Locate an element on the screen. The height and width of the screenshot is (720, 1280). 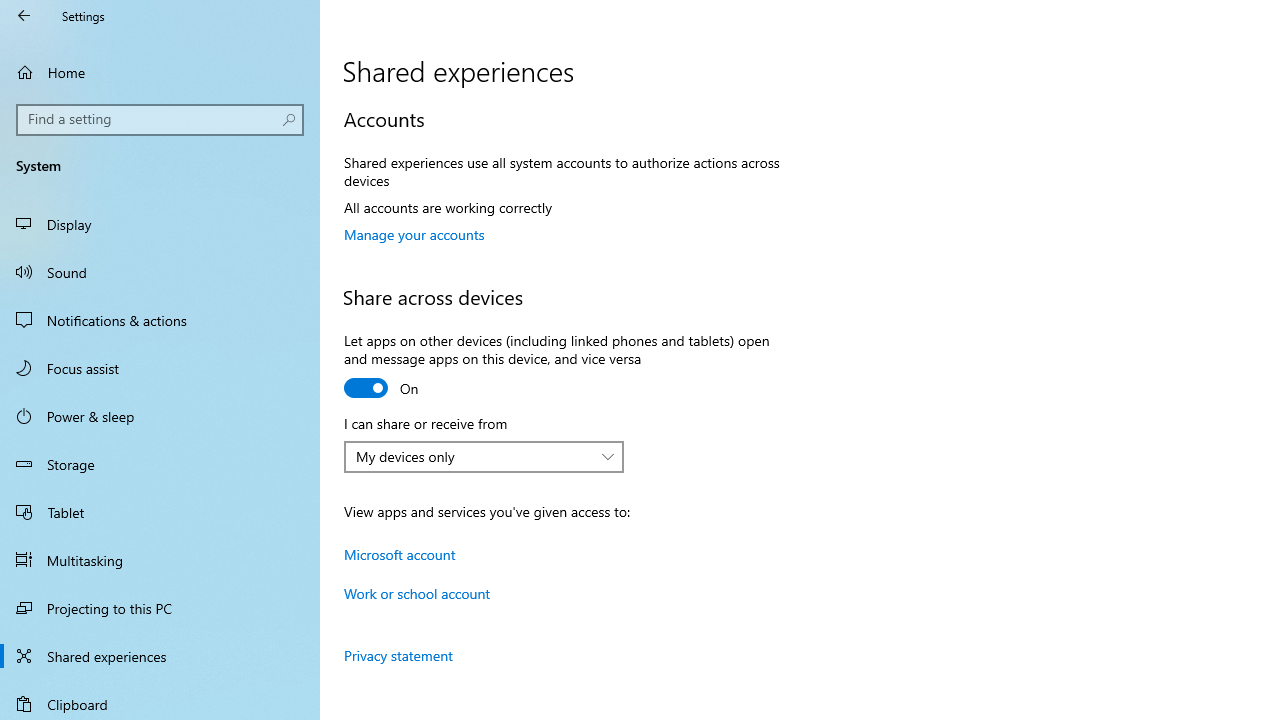
'Focus assist' is located at coordinates (160, 367).